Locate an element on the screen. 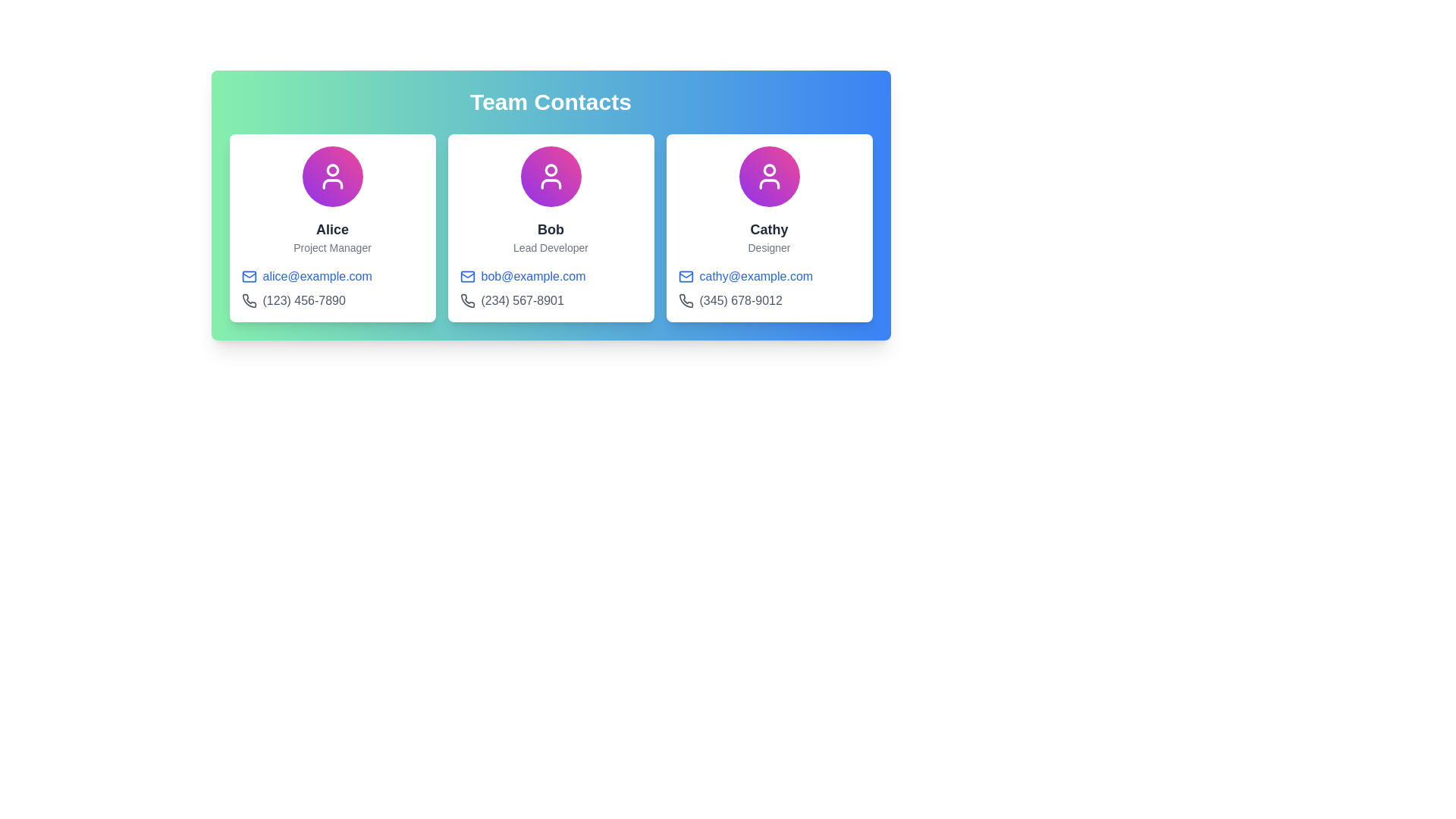 The width and height of the screenshot is (1456, 819). the static text label reading 'Designer' located beneath the name 'Cathy' in the third profile card of the team contacts layout is located at coordinates (769, 247).